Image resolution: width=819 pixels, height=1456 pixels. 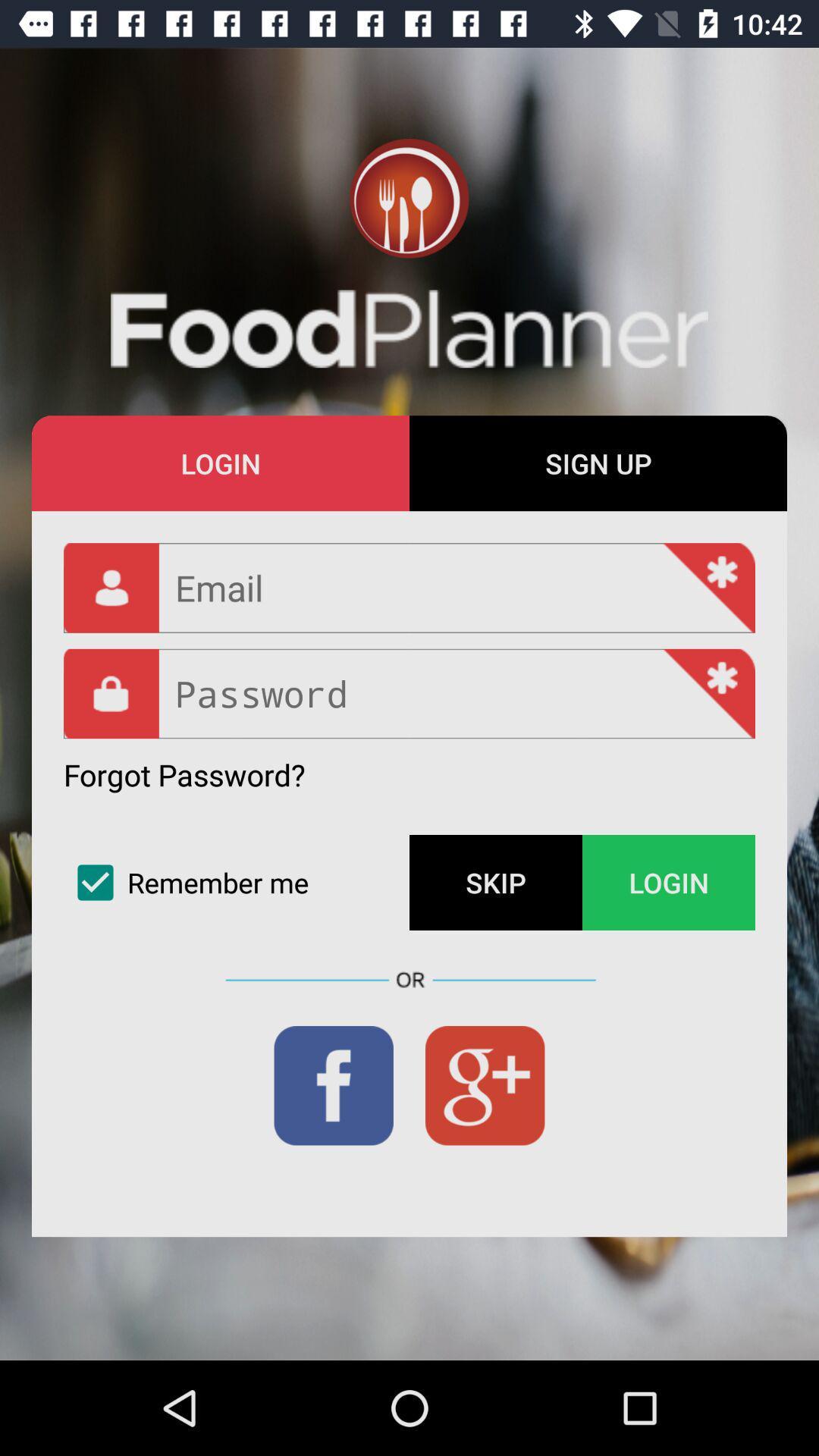 What do you see at coordinates (409, 587) in the screenshot?
I see `email` at bounding box center [409, 587].